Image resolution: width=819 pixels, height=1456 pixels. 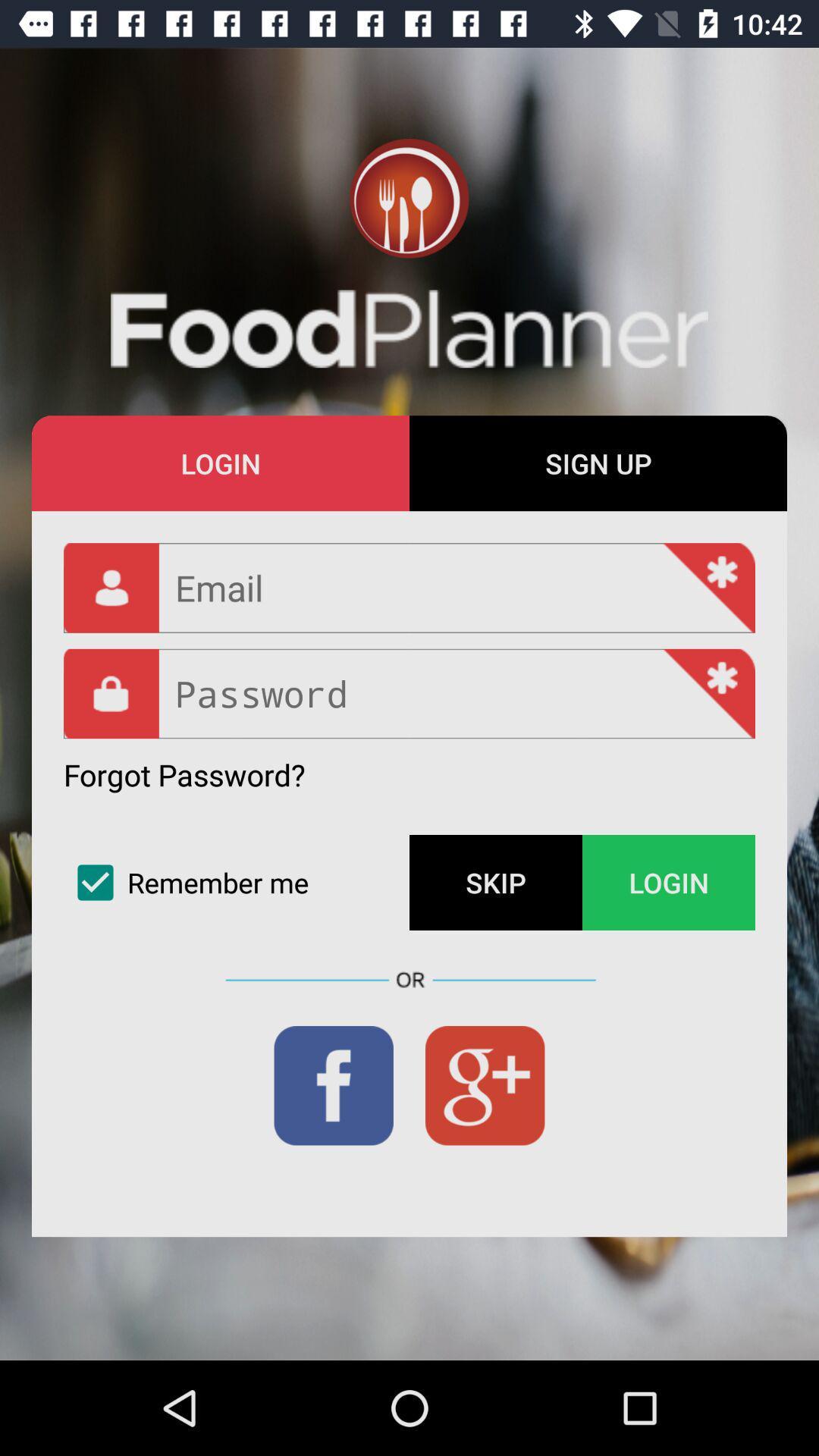 What do you see at coordinates (409, 587) in the screenshot?
I see `email` at bounding box center [409, 587].